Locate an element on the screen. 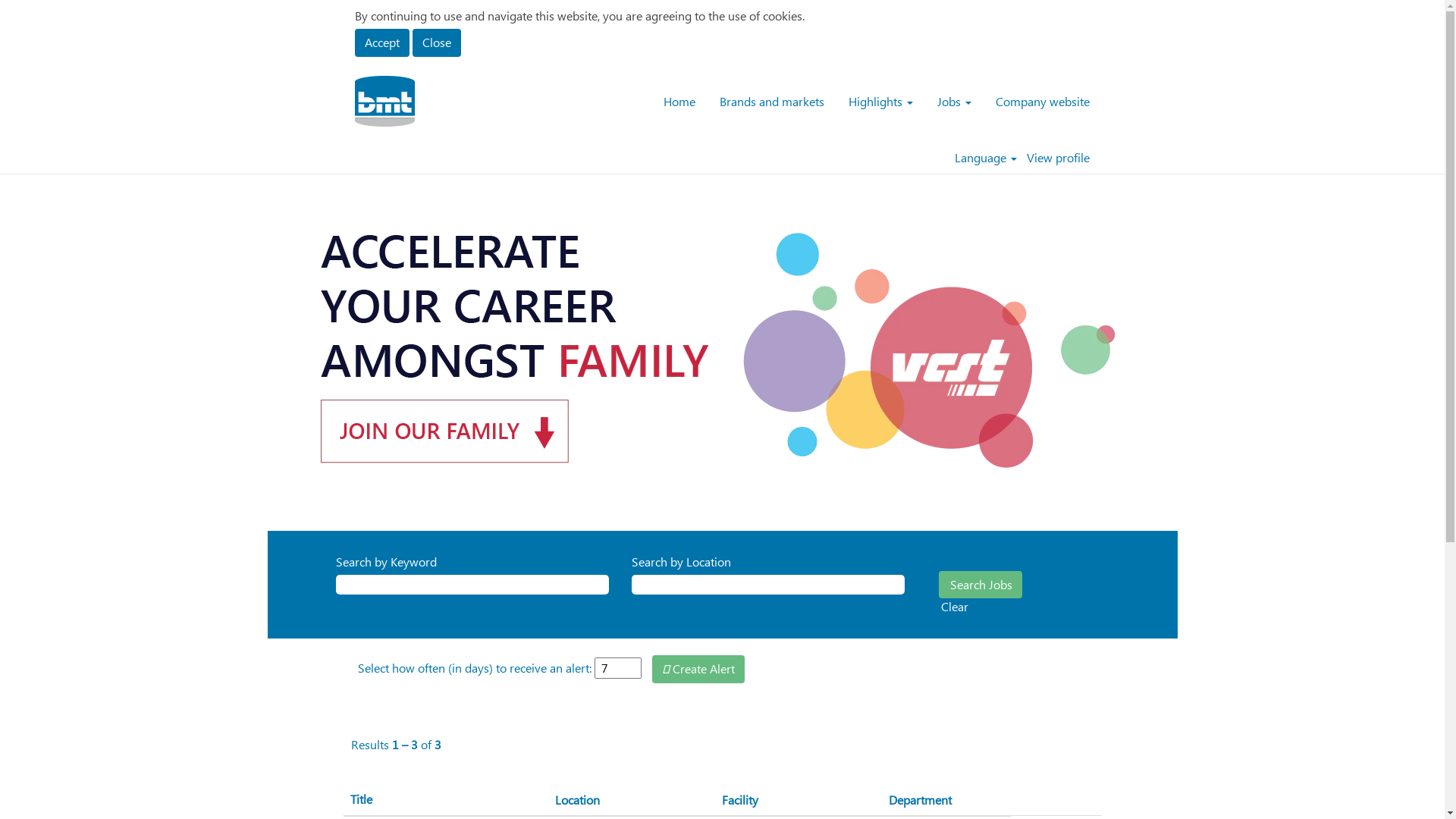  'View profile' is located at coordinates (1056, 158).